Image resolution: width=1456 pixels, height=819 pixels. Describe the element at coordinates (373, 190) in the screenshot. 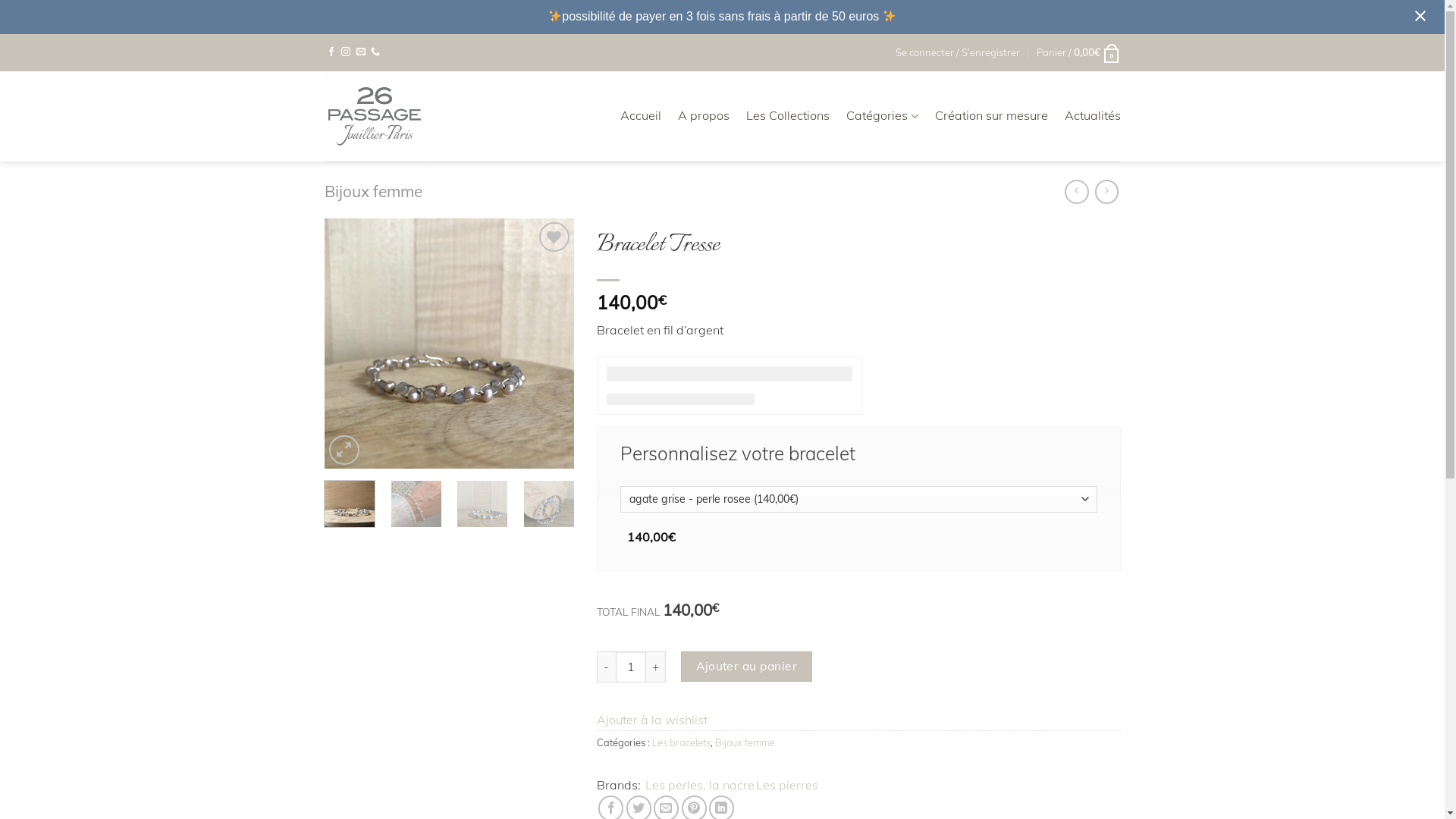

I see `'Bijoux femme'` at that location.